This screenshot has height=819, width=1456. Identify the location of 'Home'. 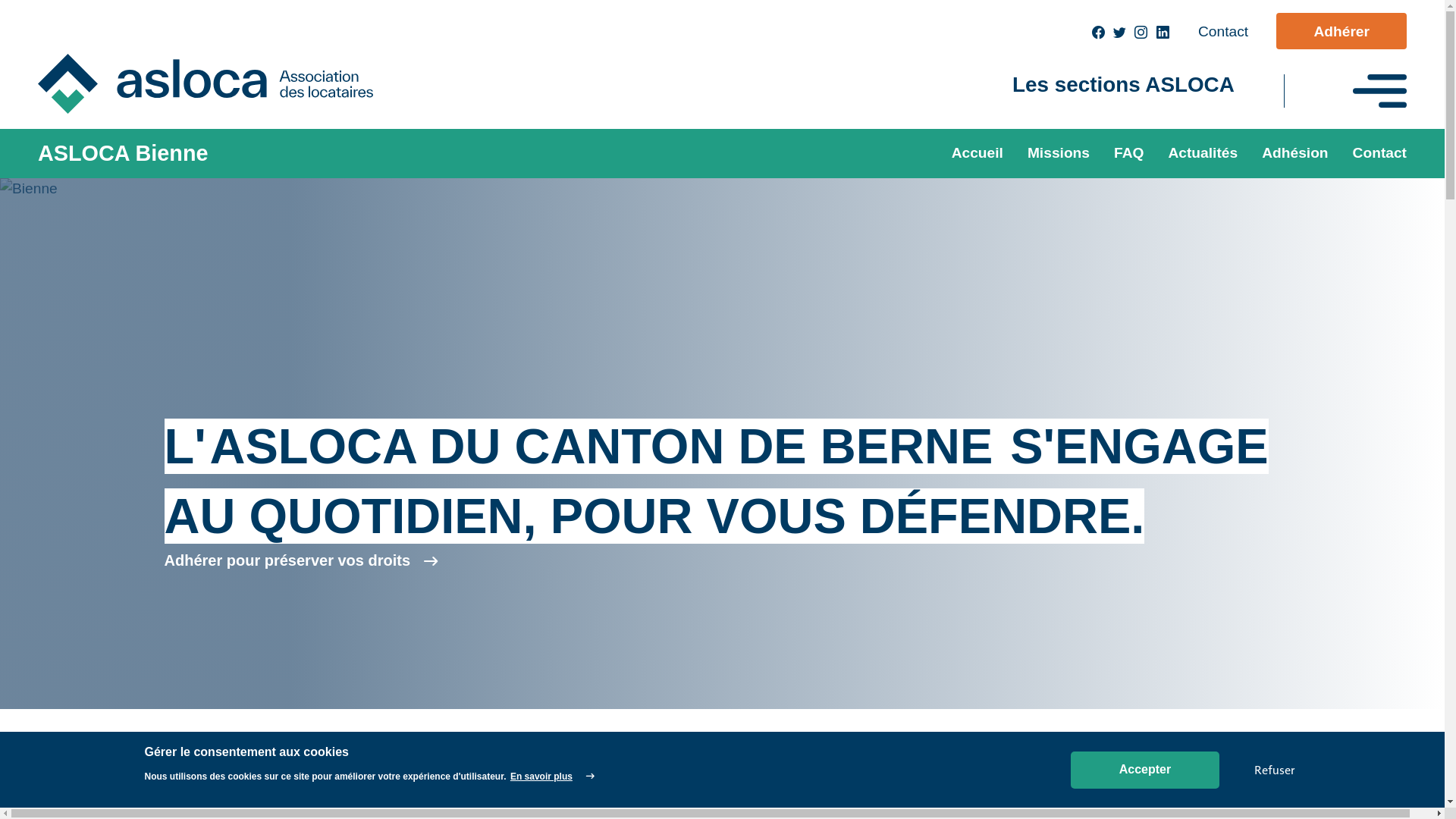
(217, 83).